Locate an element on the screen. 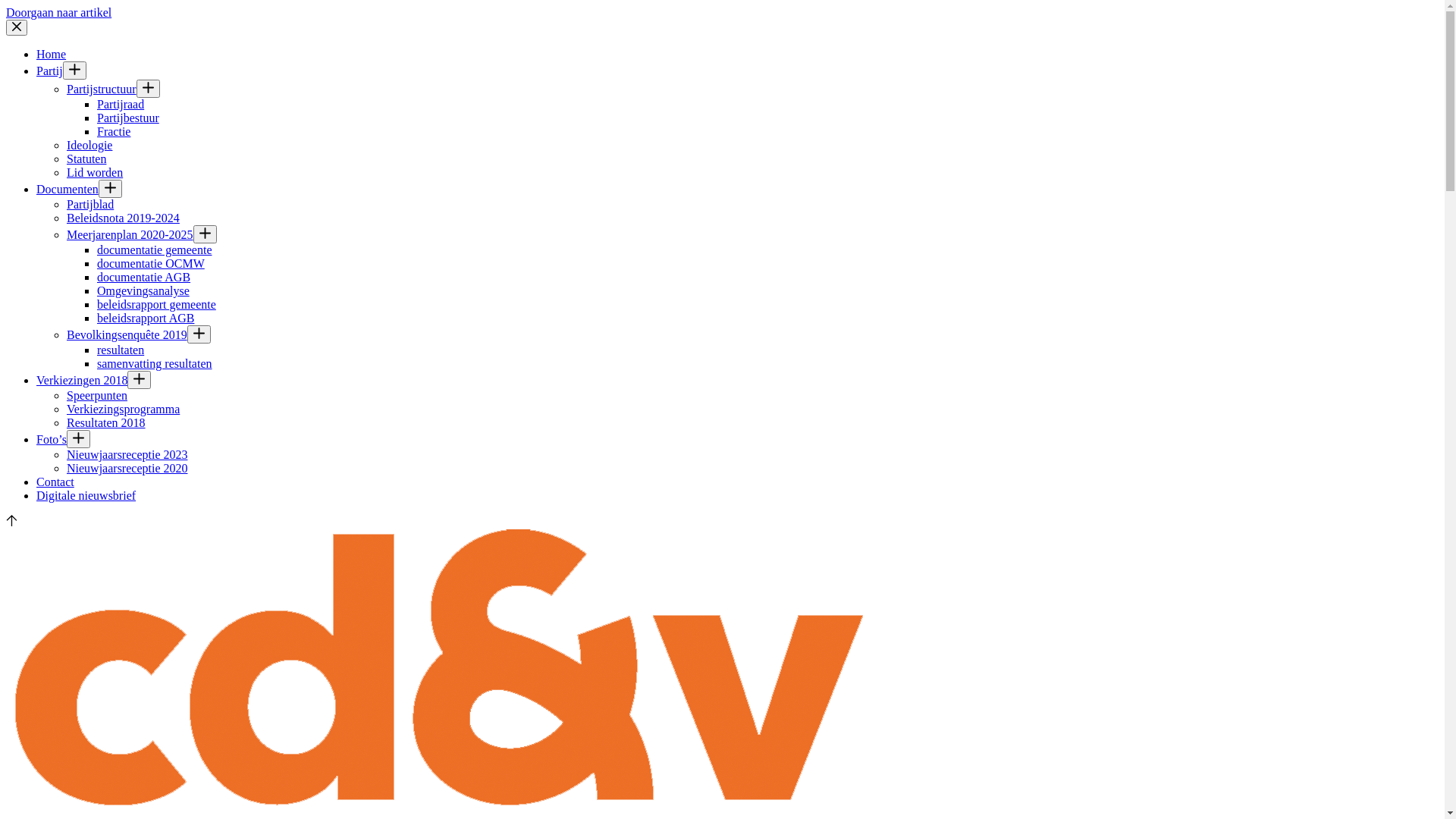 The image size is (1456, 819). 'beleidsrapport AGB' is located at coordinates (146, 317).